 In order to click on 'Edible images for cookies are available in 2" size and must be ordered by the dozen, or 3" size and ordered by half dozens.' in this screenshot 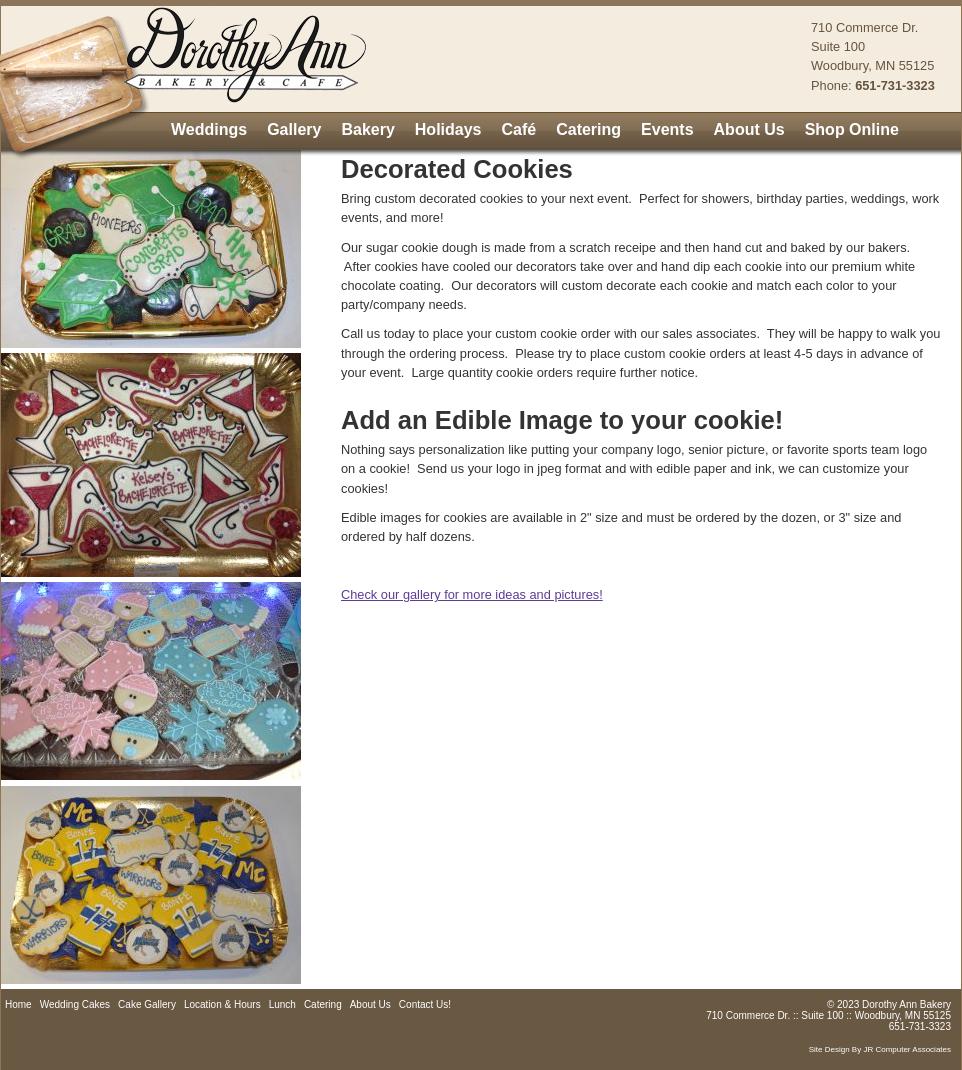, I will do `click(619, 526)`.